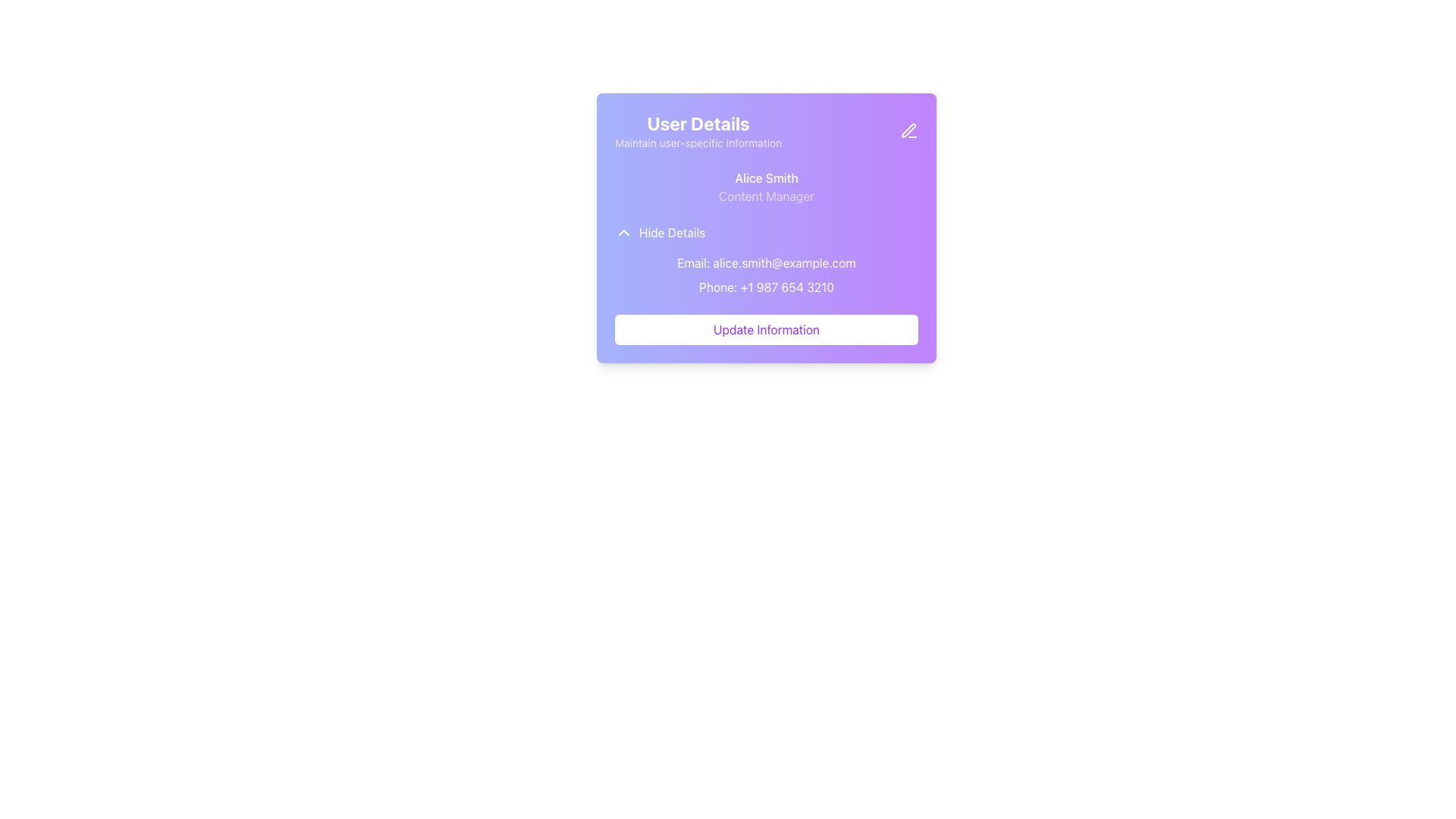 The image size is (1456, 819). I want to click on the upward-pointing chevron icon located to the left of the 'Hide Details' label, so click(623, 233).